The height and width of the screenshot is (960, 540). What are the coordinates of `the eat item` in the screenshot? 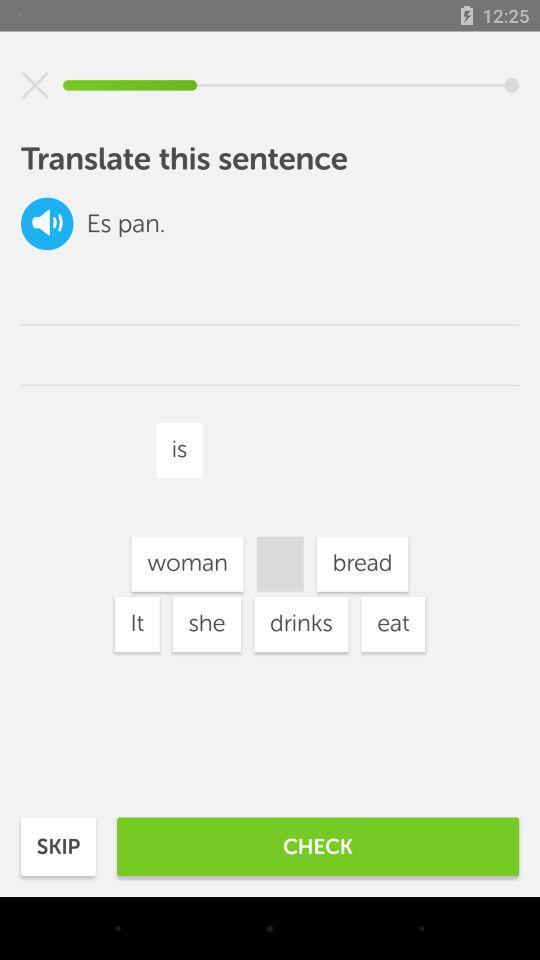 It's located at (393, 623).